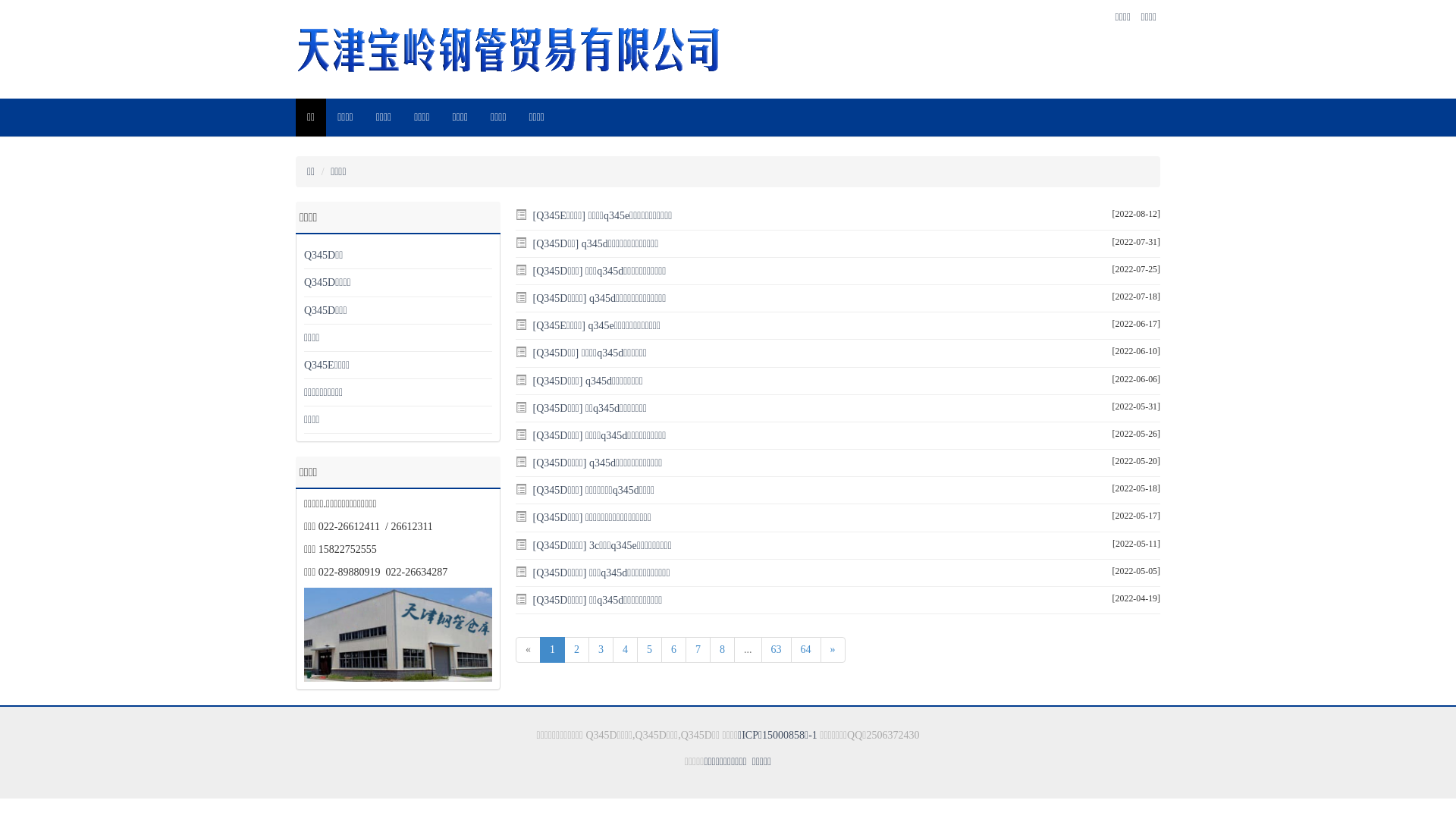 The width and height of the screenshot is (1456, 819). Describe the element at coordinates (576, 648) in the screenshot. I see `'2'` at that location.